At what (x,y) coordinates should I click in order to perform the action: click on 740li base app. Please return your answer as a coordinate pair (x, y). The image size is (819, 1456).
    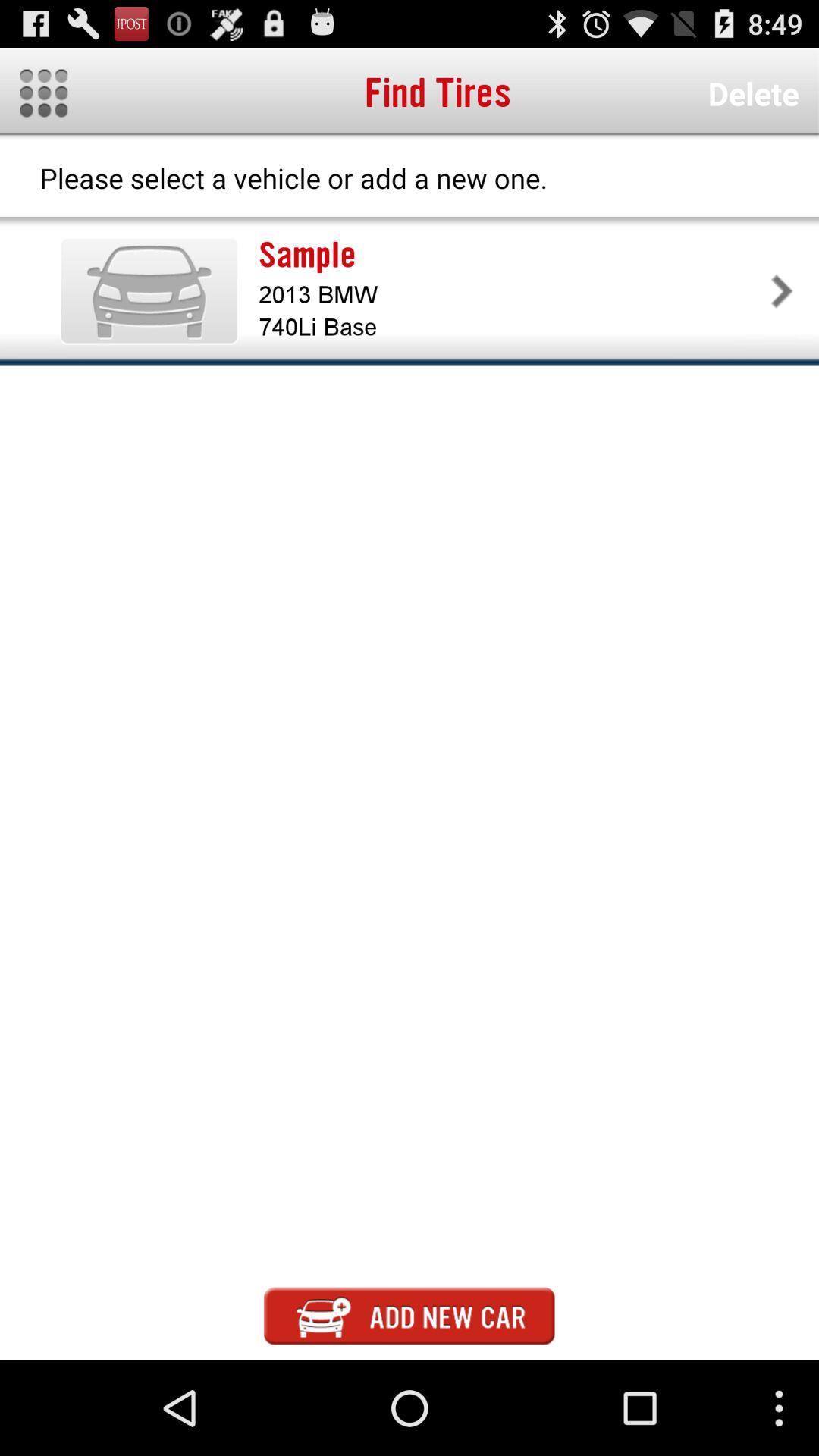
    Looking at the image, I should click on (512, 326).